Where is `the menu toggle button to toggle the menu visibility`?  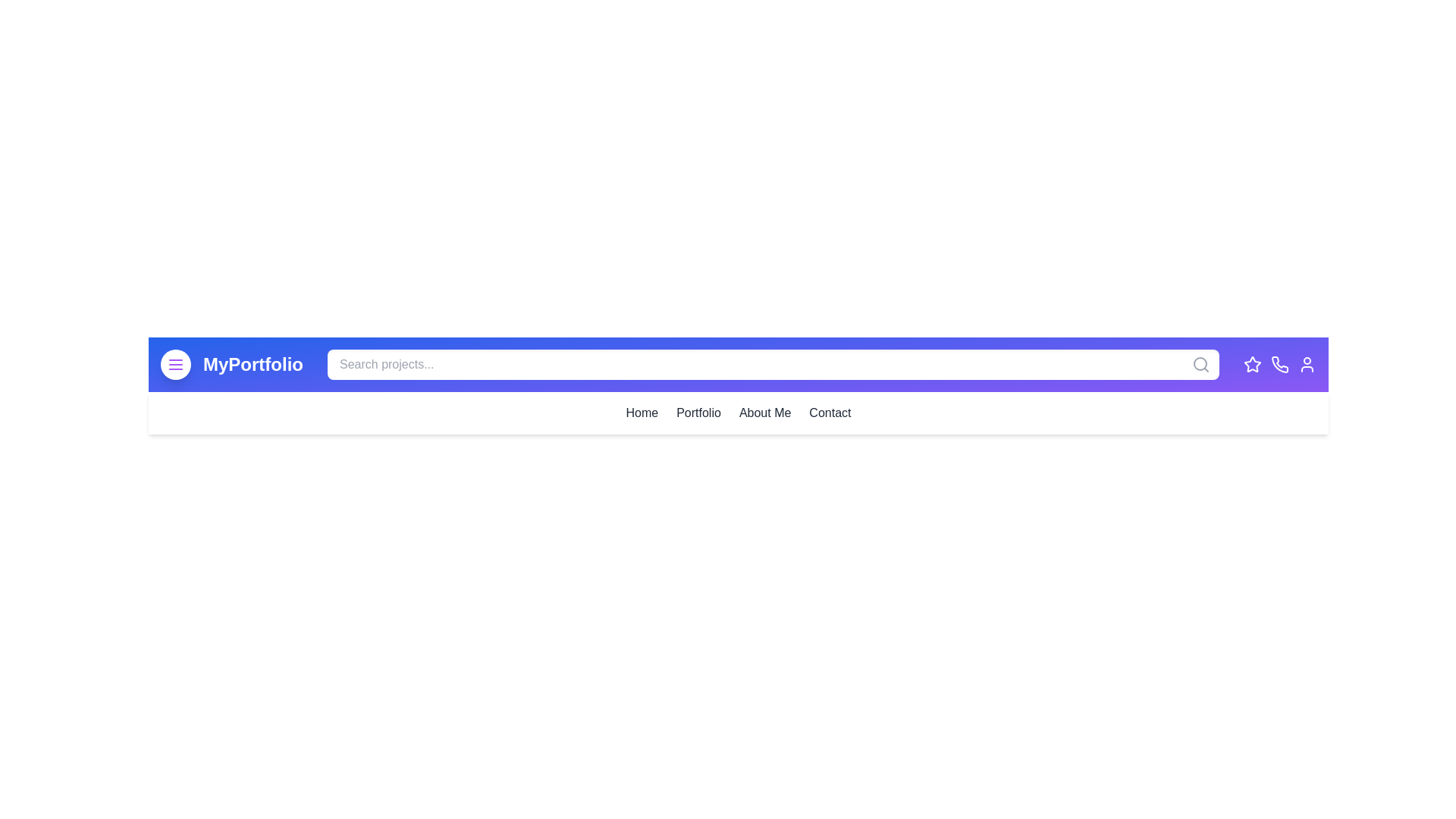 the menu toggle button to toggle the menu visibility is located at coordinates (175, 365).